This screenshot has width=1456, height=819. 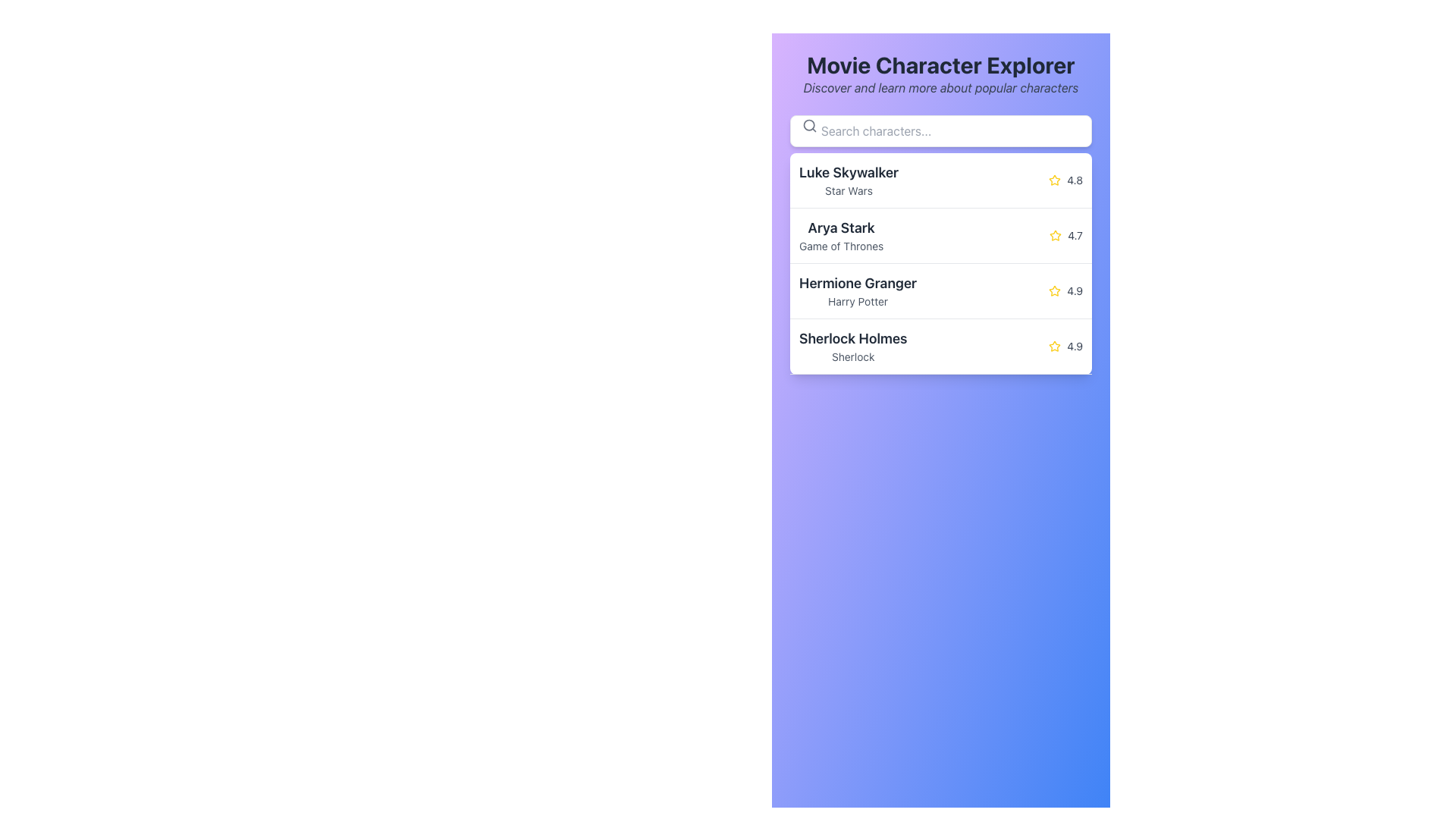 I want to click on the descriptive text label located directly beneath the bolded text 'Luke Skywalker' in the first row of the list, so click(x=848, y=190).